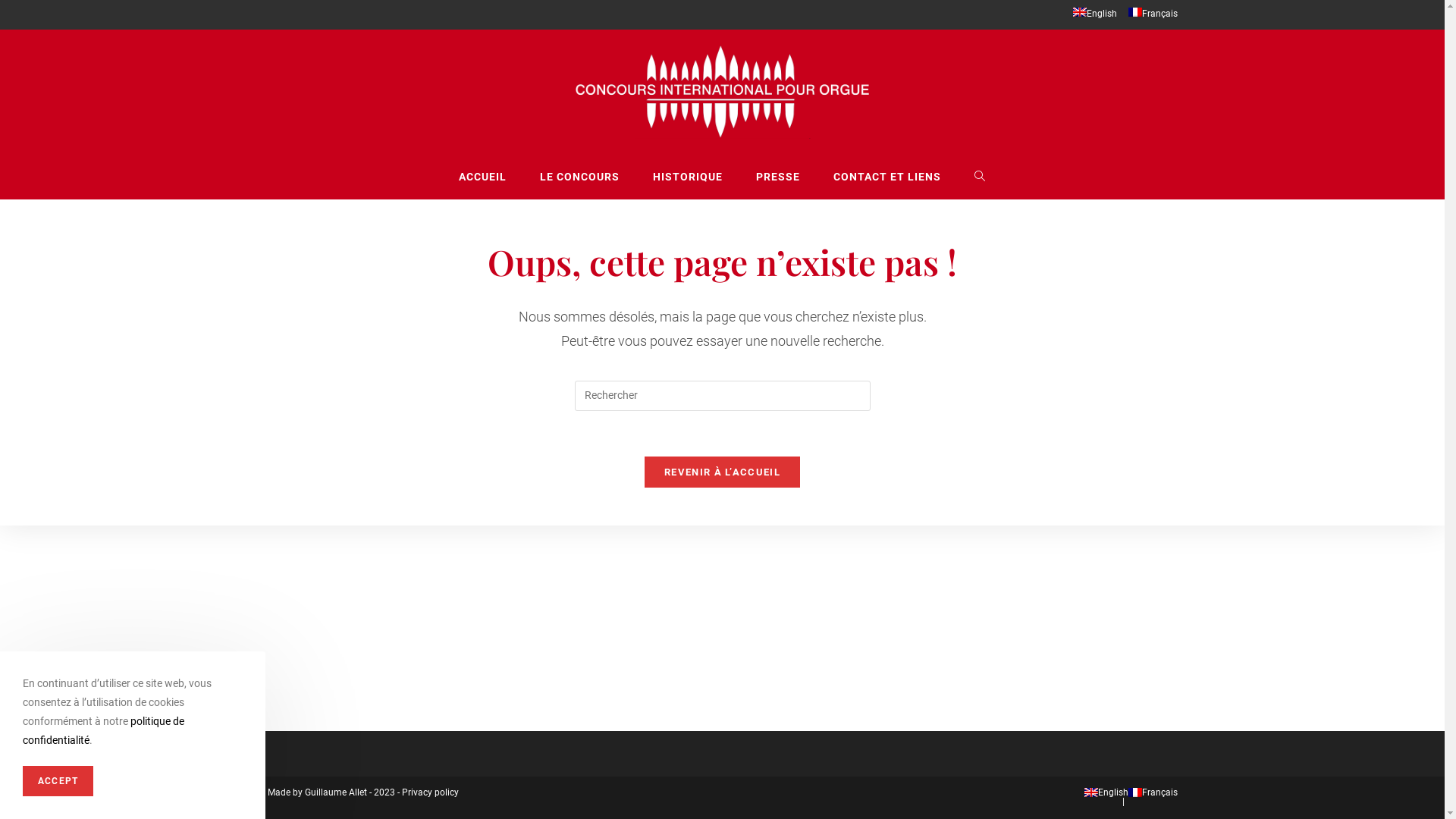 Image resolution: width=1456 pixels, height=819 pixels. What do you see at coordinates (1072, 14) in the screenshot?
I see `'English'` at bounding box center [1072, 14].